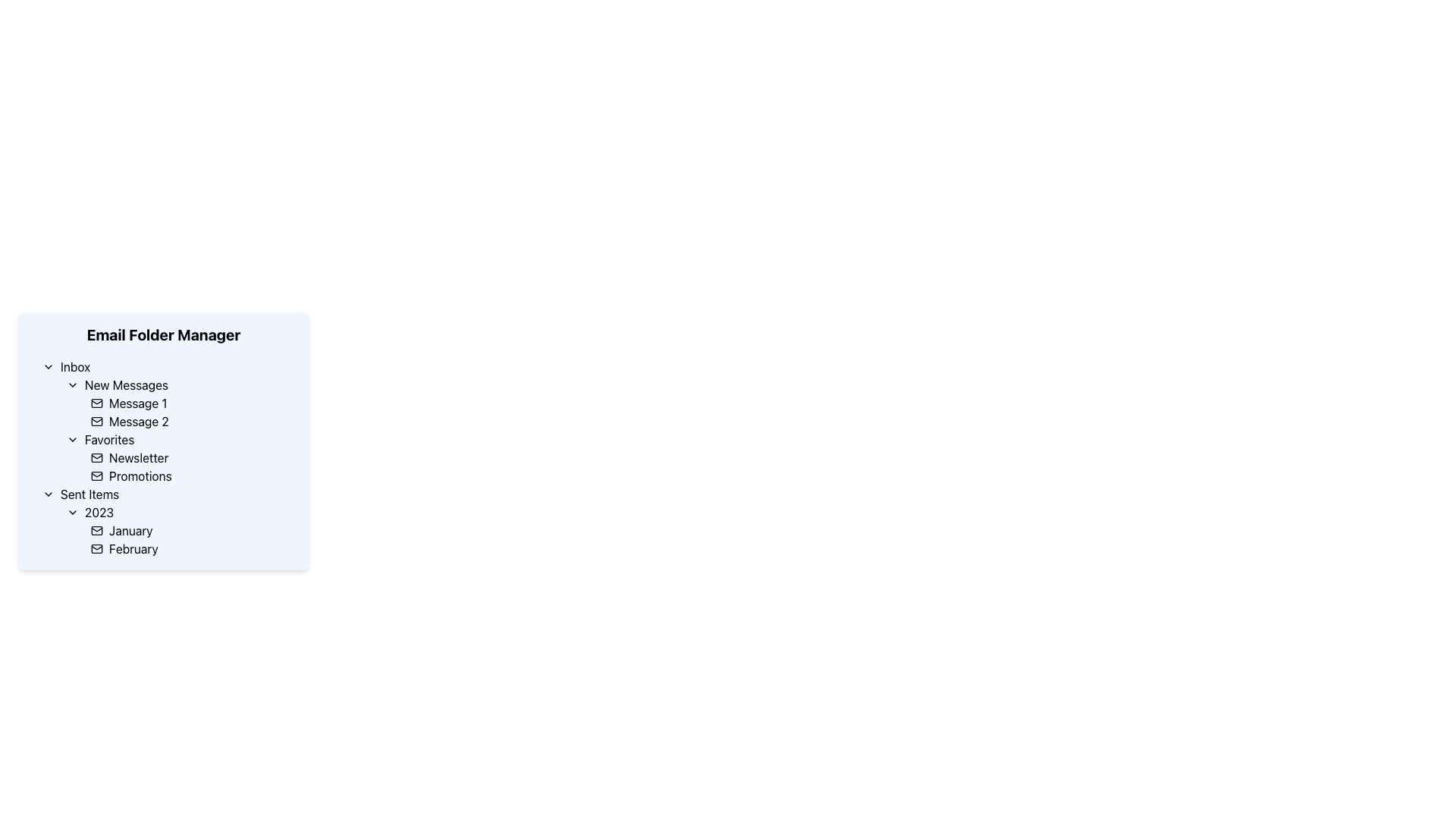  Describe the element at coordinates (96, 475) in the screenshot. I see `the mail icon located in the left-side menu interface, which is depicted as a rectangular envelope outline with a triangle flap, positioned to the left of the 'Promotions' label in the 'Favorites' subsection of the email folder manager` at that location.